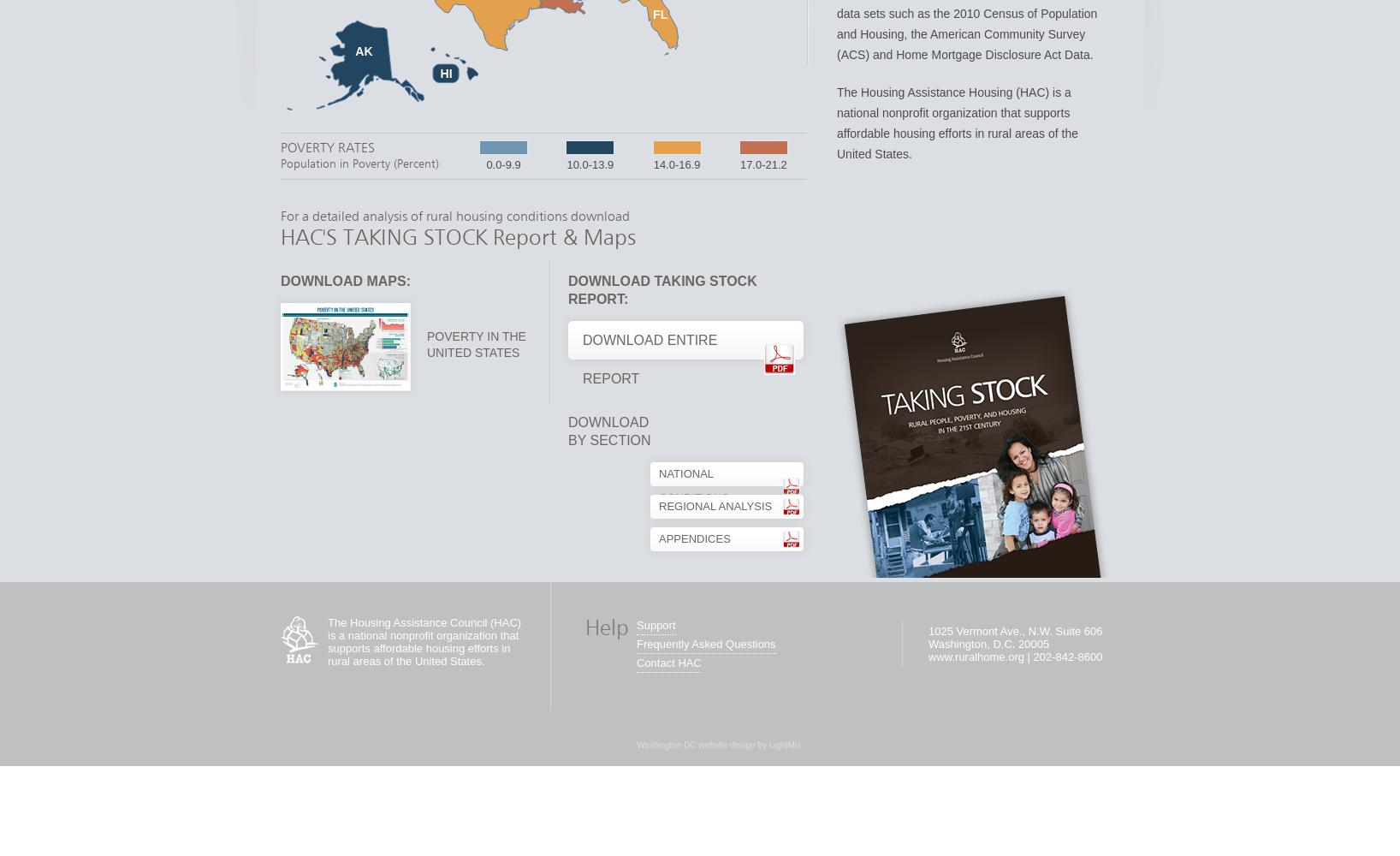 The height and width of the screenshot is (856, 1400). What do you see at coordinates (446, 73) in the screenshot?
I see `'HI'` at bounding box center [446, 73].